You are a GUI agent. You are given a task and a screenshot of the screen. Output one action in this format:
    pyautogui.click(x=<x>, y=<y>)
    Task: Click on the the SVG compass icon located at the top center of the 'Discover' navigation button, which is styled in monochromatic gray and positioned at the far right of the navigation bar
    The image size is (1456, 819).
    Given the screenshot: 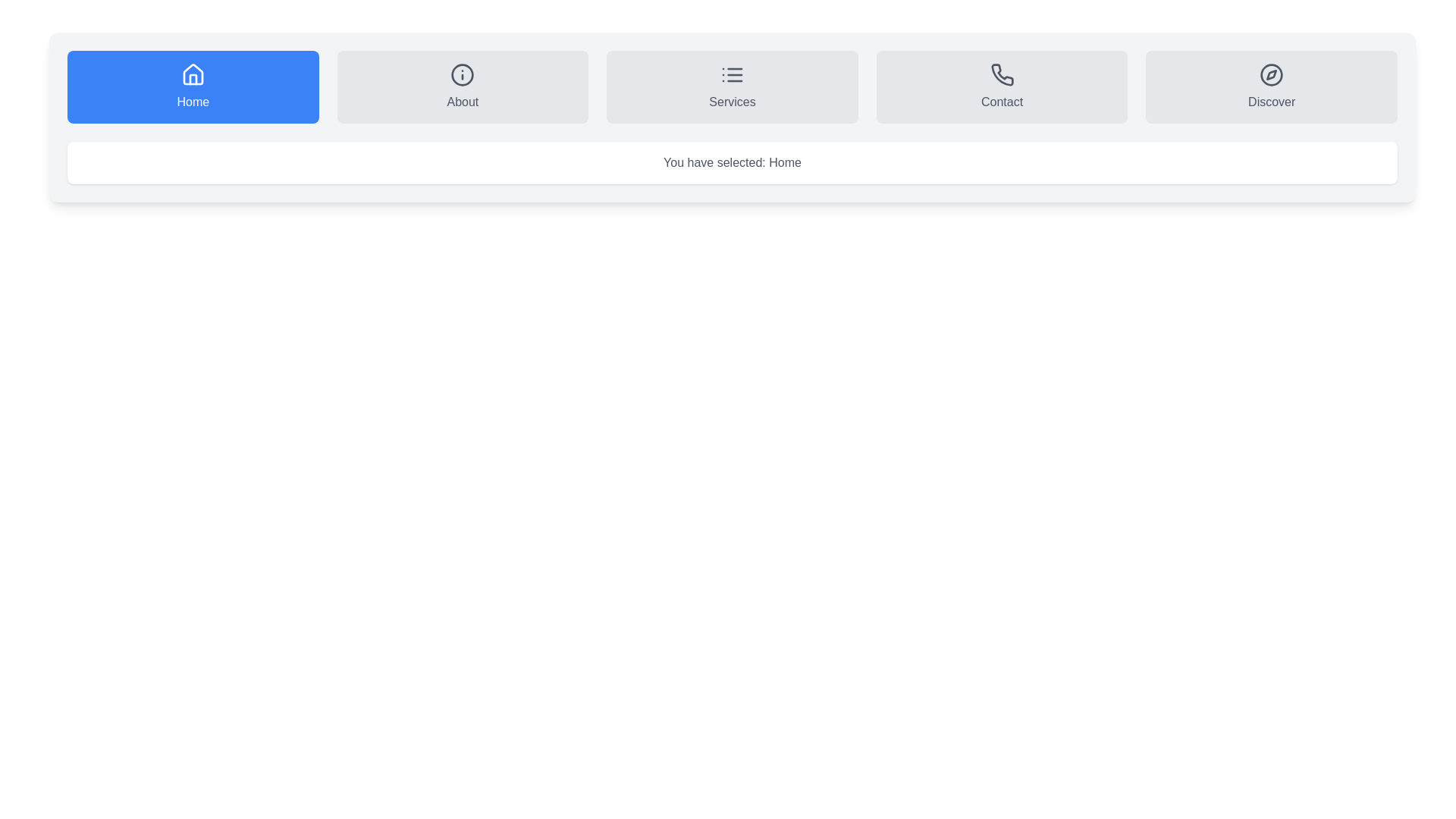 What is the action you would take?
    pyautogui.click(x=1272, y=75)
    